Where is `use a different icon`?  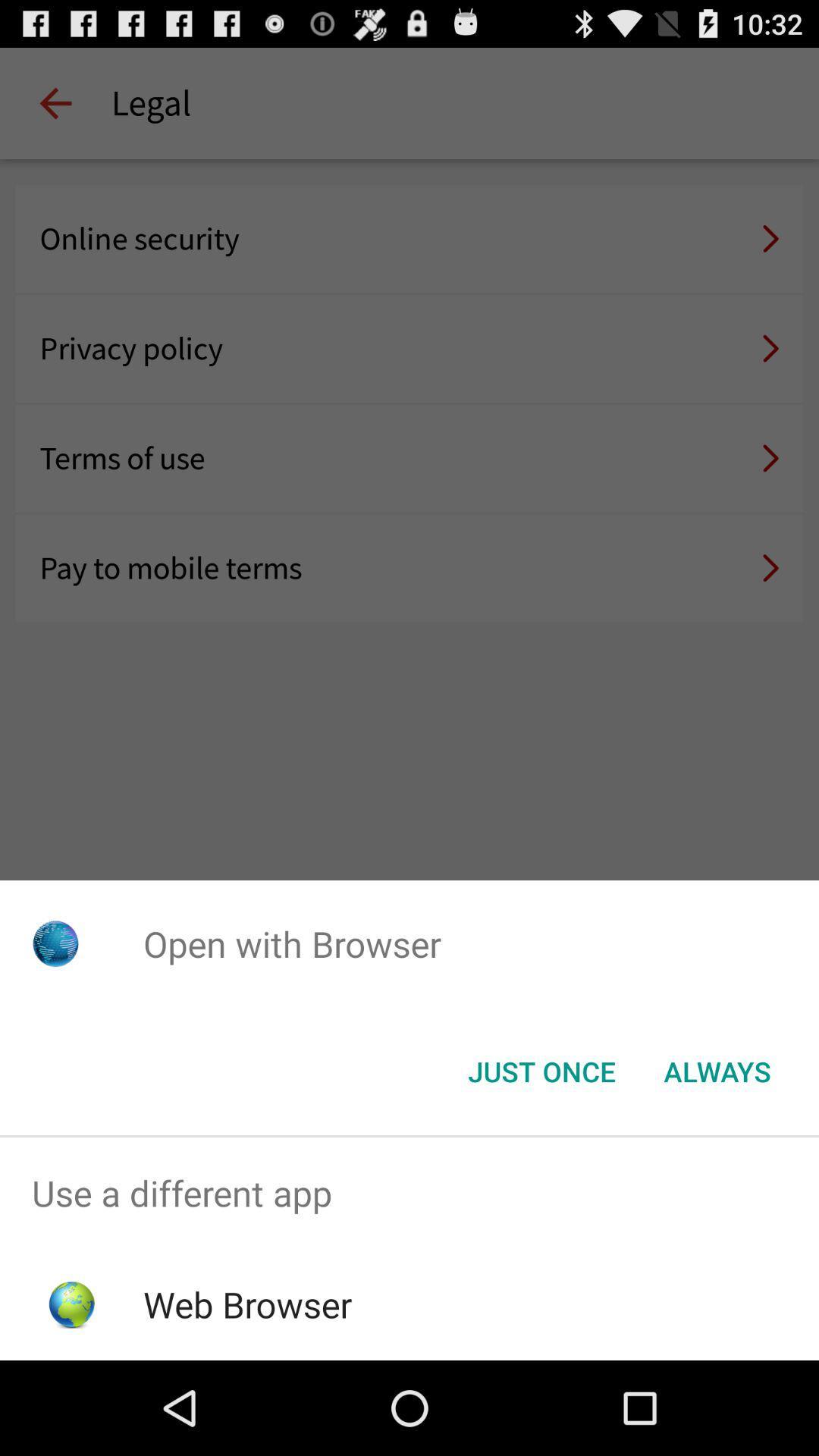 use a different icon is located at coordinates (409, 1192).